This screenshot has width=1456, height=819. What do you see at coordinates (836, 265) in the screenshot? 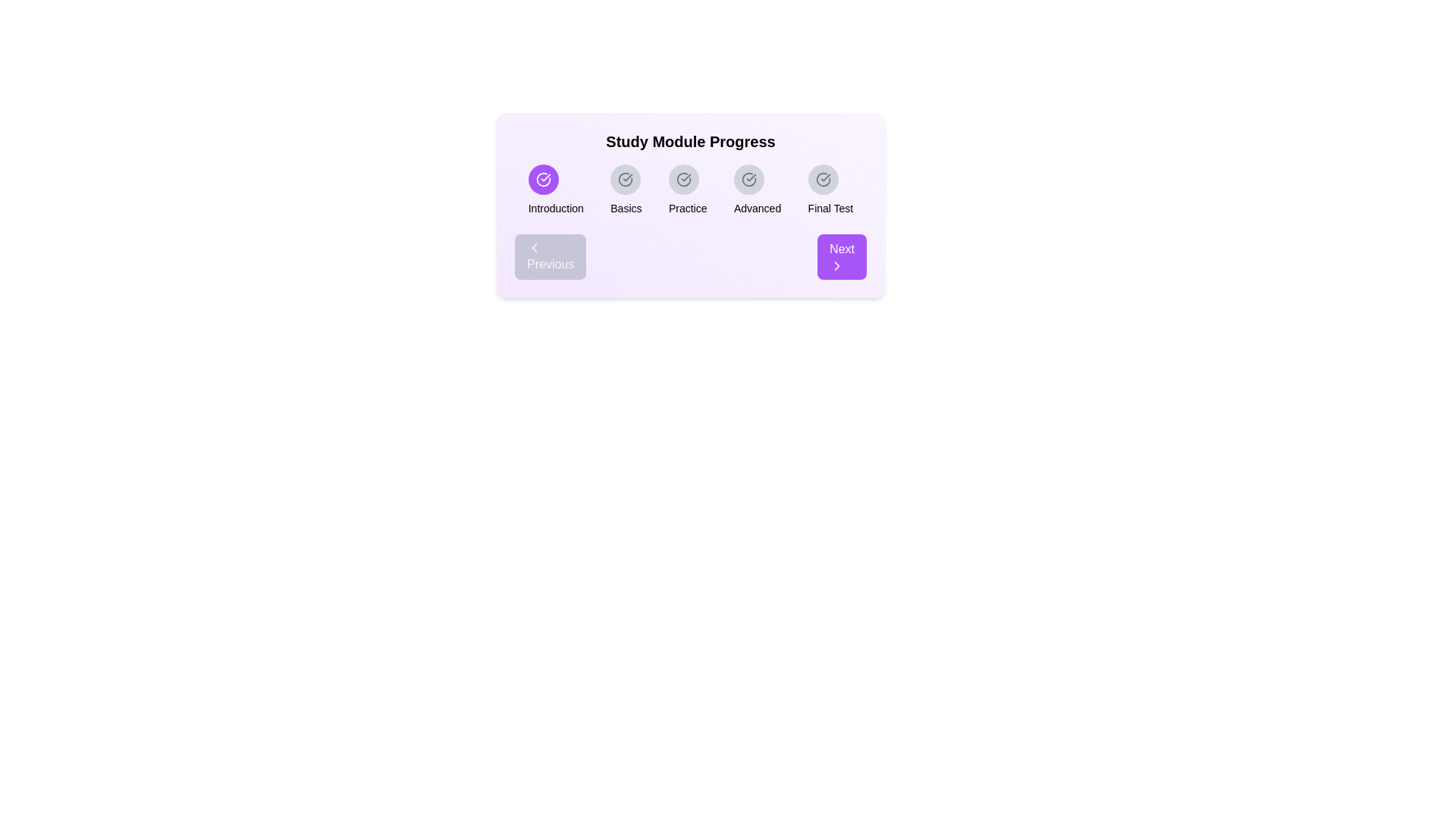
I see `the progress icon located within the 'Next' button at the bottom right corner of the card under the header 'Study Module Progress' to proceed` at bounding box center [836, 265].